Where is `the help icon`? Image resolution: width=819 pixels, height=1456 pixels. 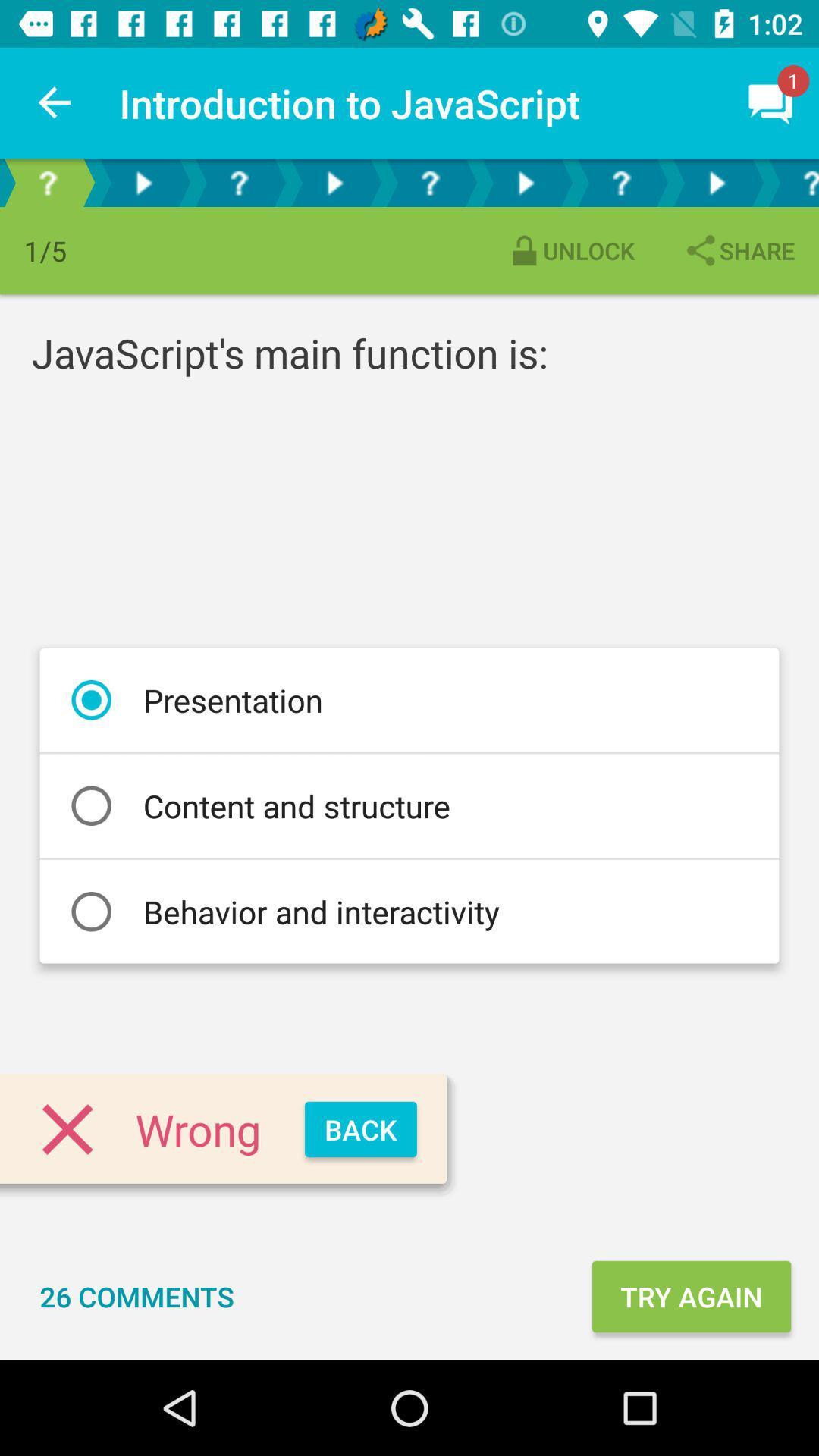 the help icon is located at coordinates (46, 182).